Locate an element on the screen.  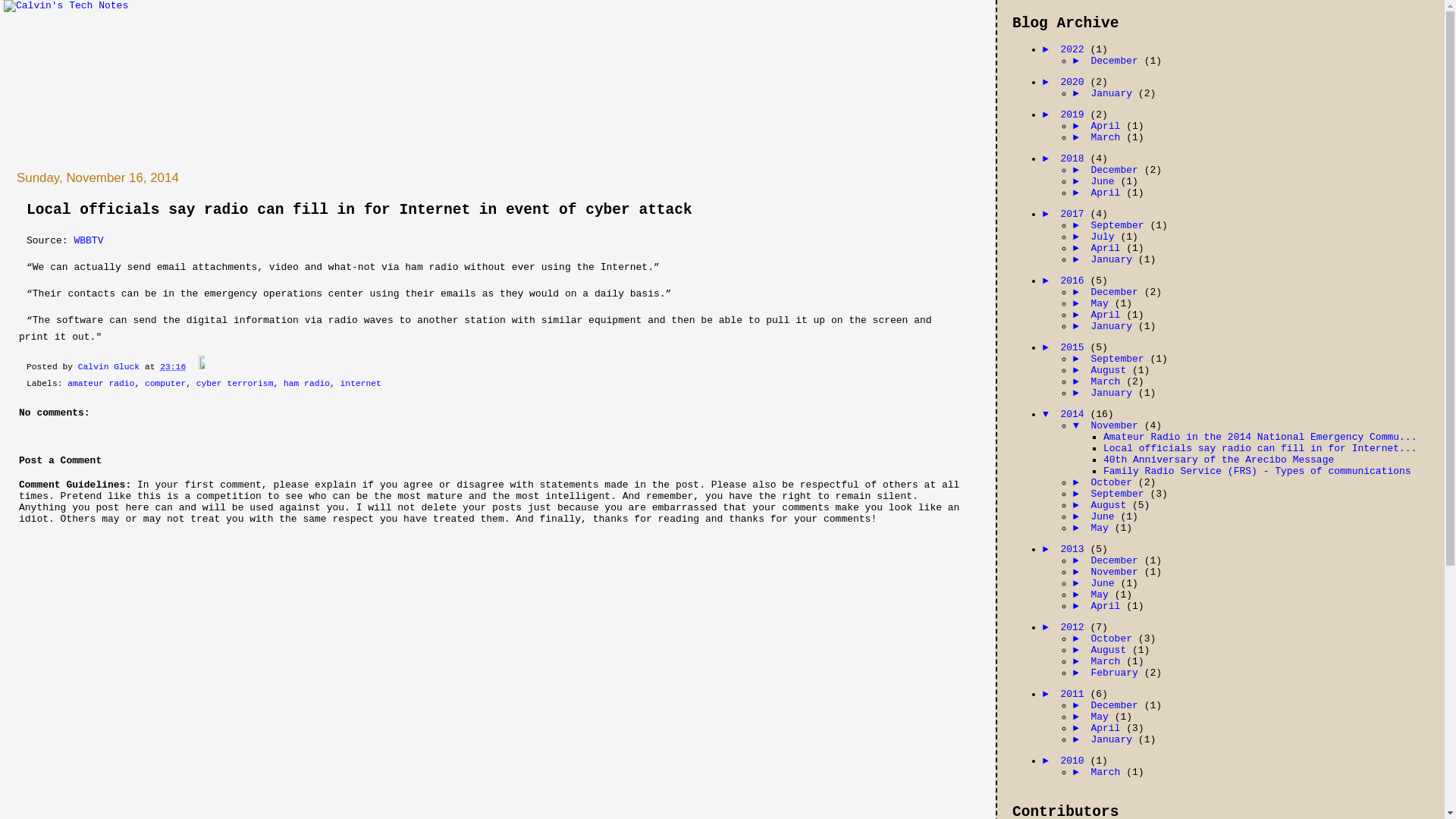
'2010' is located at coordinates (1074, 761).